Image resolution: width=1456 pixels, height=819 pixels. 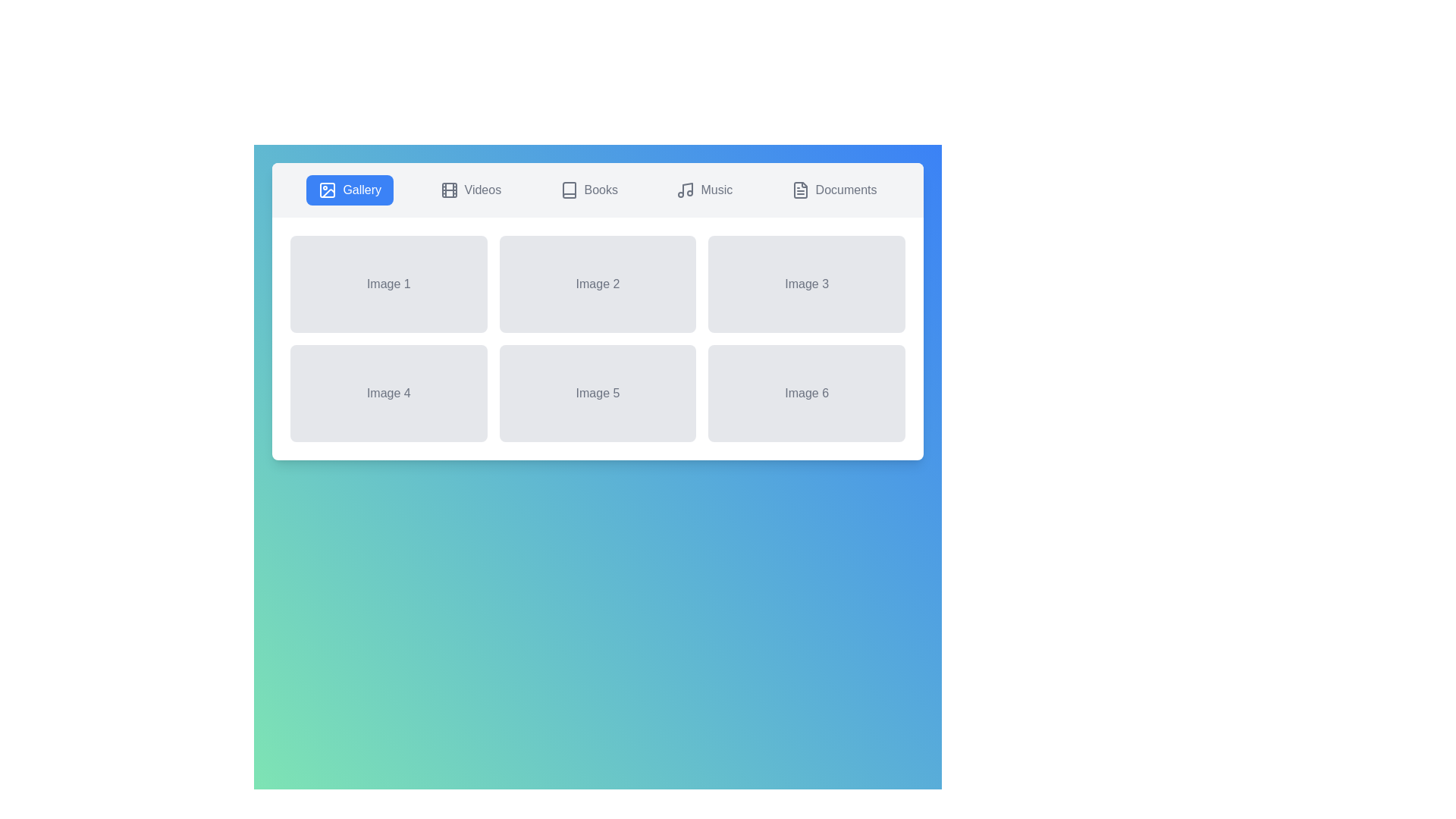 What do you see at coordinates (597, 338) in the screenshot?
I see `the individual cards in the grid layout displaying six cards arranged in two rows` at bounding box center [597, 338].